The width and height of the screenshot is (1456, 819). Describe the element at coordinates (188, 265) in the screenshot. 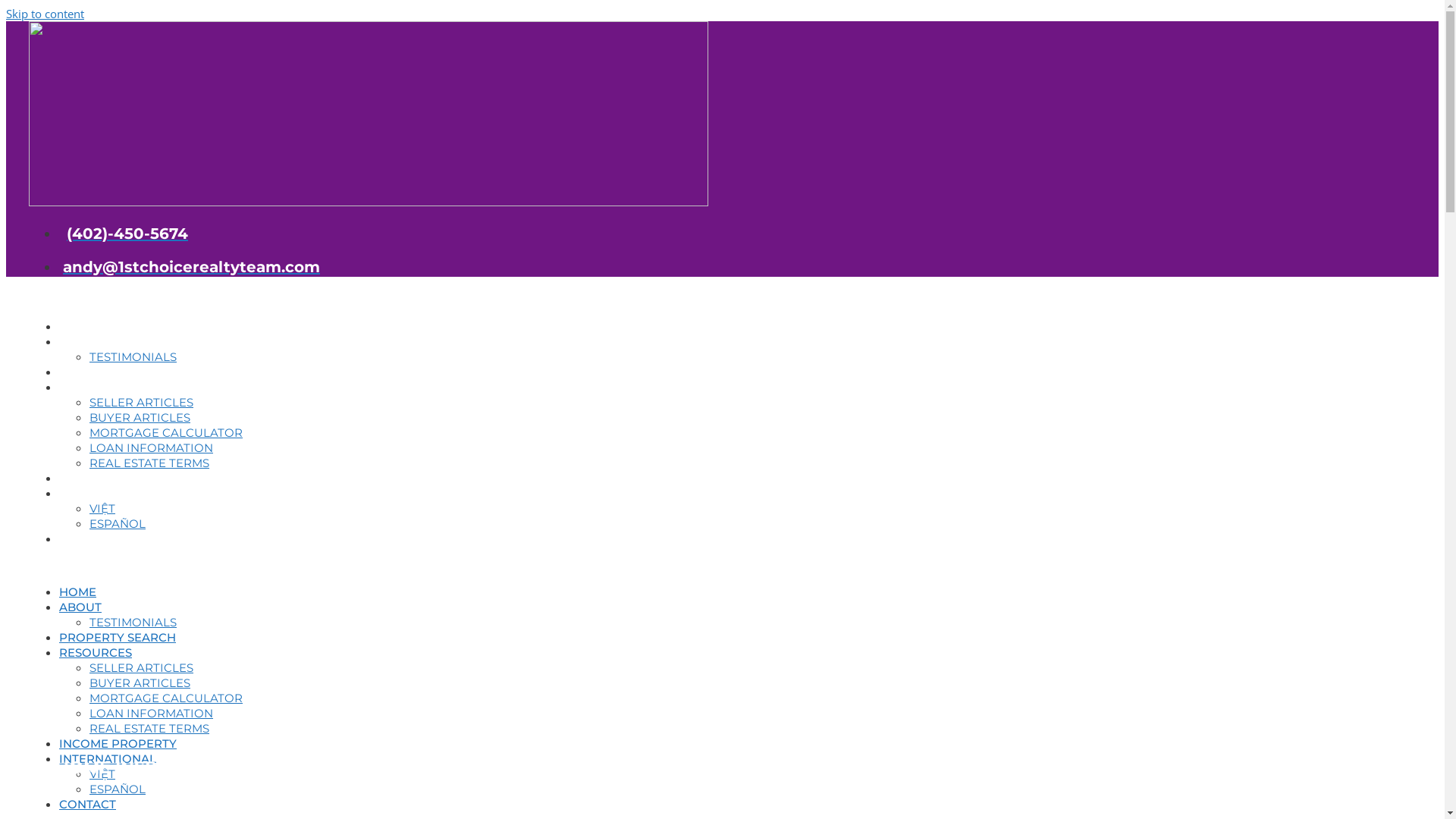

I see `'andy@1stchoicerealtyteam.com'` at that location.